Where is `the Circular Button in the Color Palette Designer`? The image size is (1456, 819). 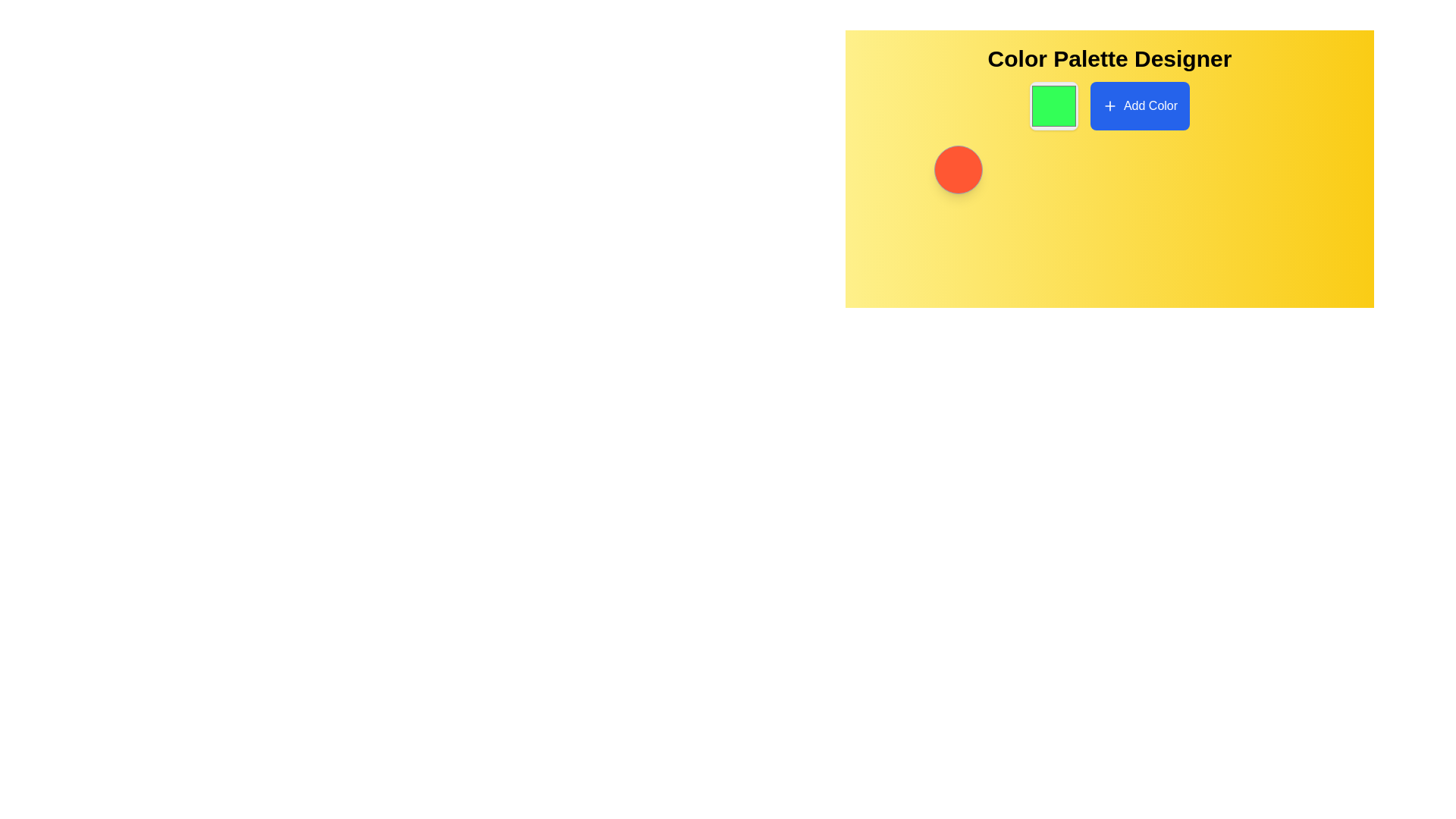
the Circular Button in the Color Palette Designer is located at coordinates (957, 169).